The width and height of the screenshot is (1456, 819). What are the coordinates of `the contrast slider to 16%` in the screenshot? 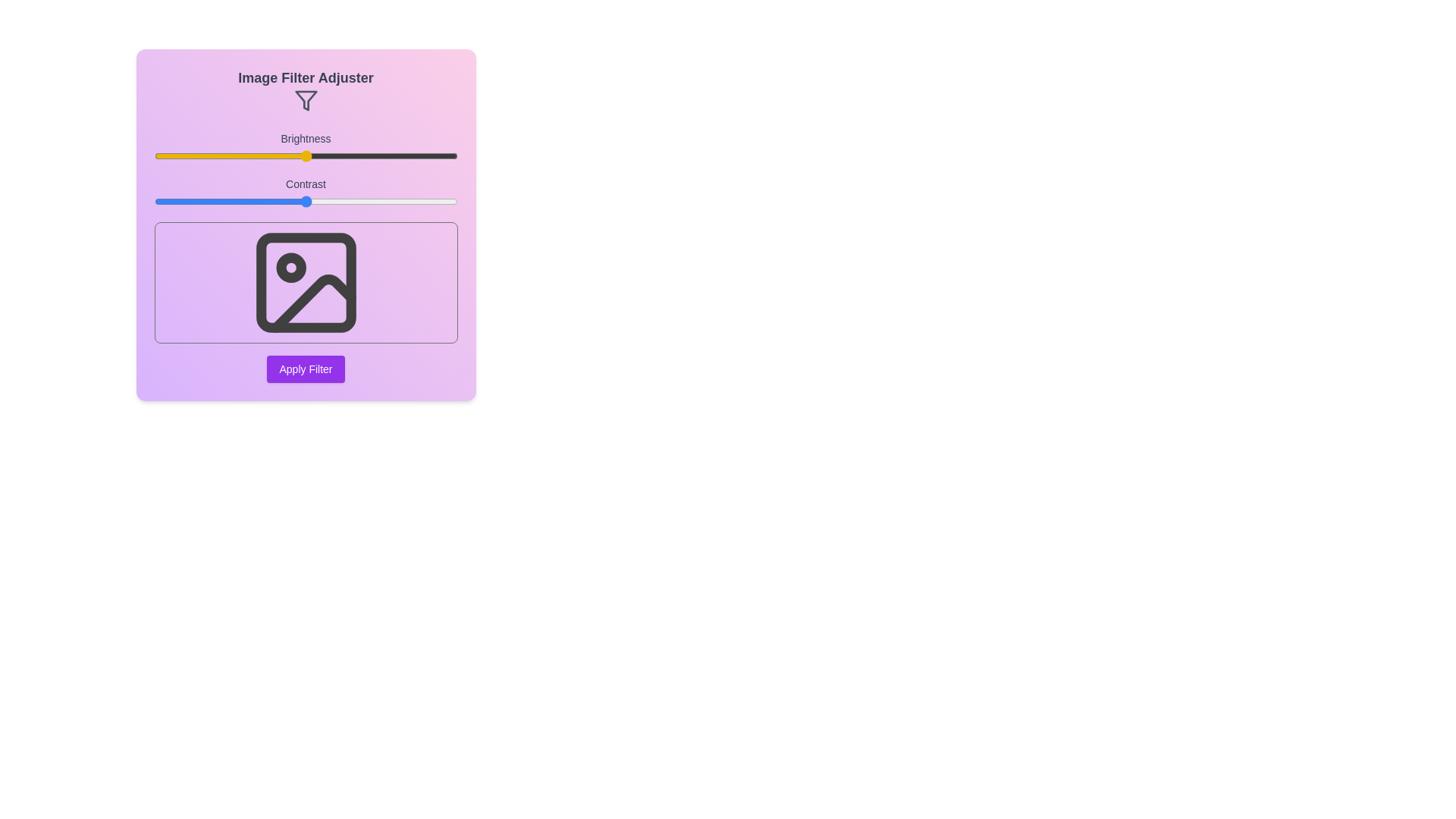 It's located at (202, 201).